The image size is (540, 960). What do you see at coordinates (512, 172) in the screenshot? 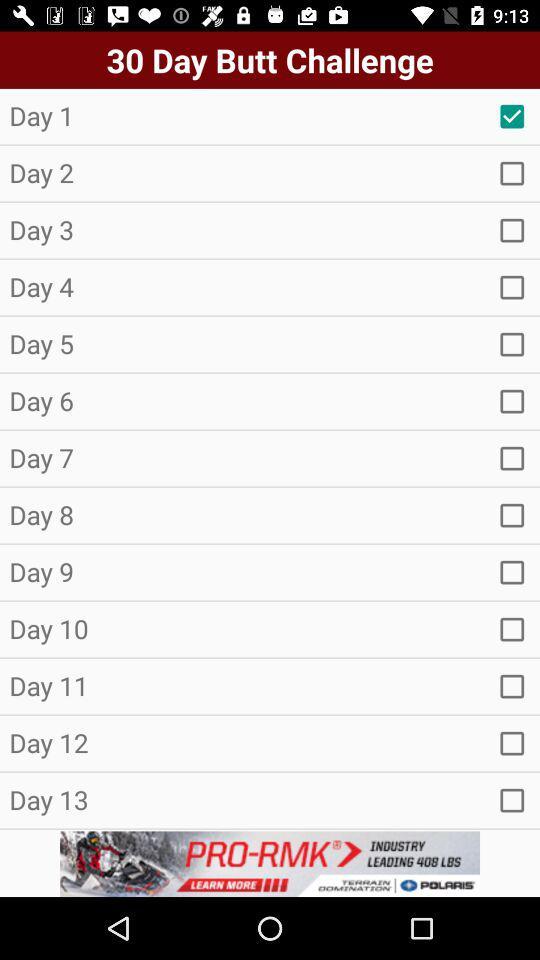
I see `option button` at bounding box center [512, 172].